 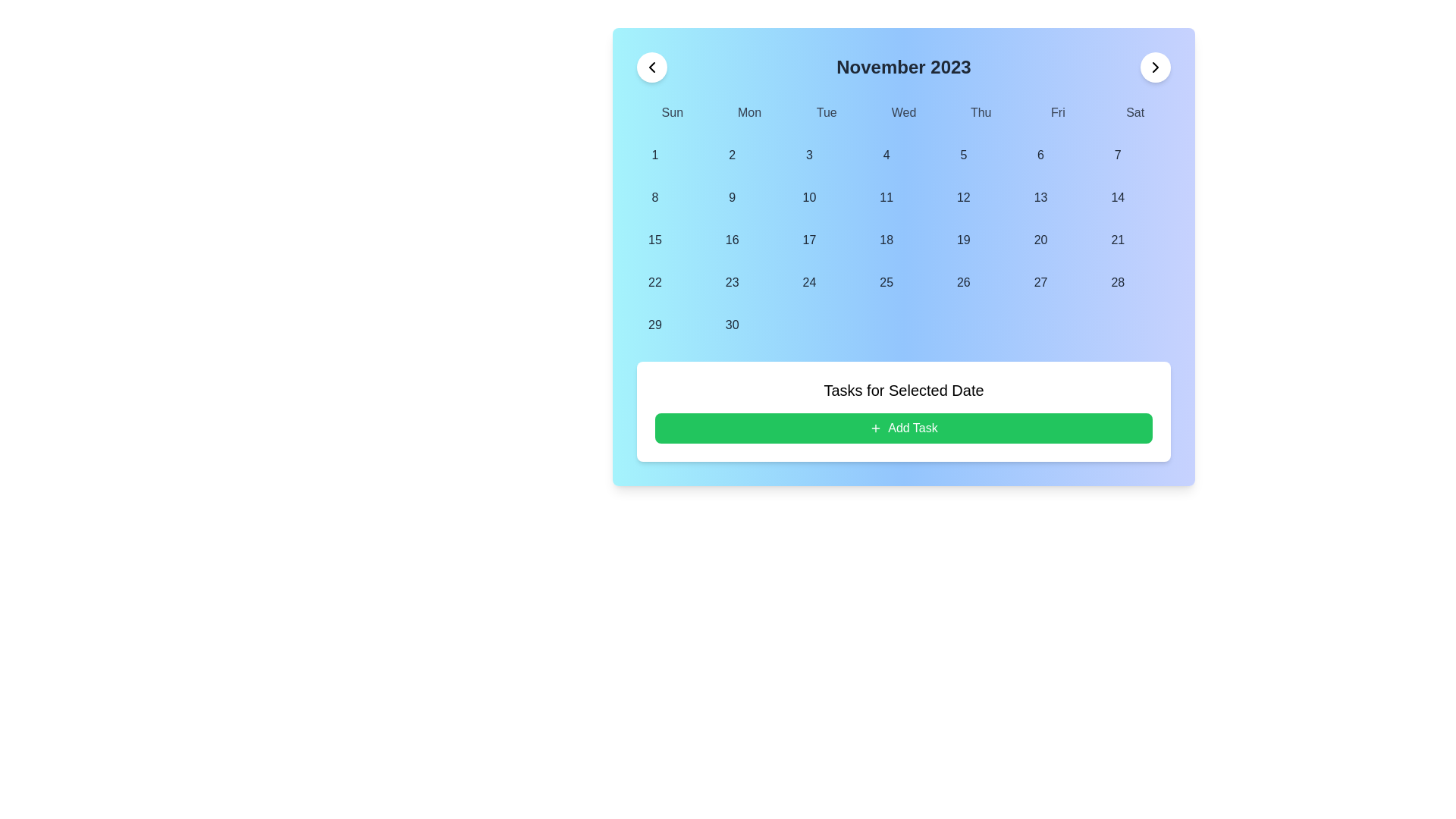 I want to click on the selectable calendar day button representing the date '23' in the fourth row and second column of the calendar grid, so click(x=732, y=283).